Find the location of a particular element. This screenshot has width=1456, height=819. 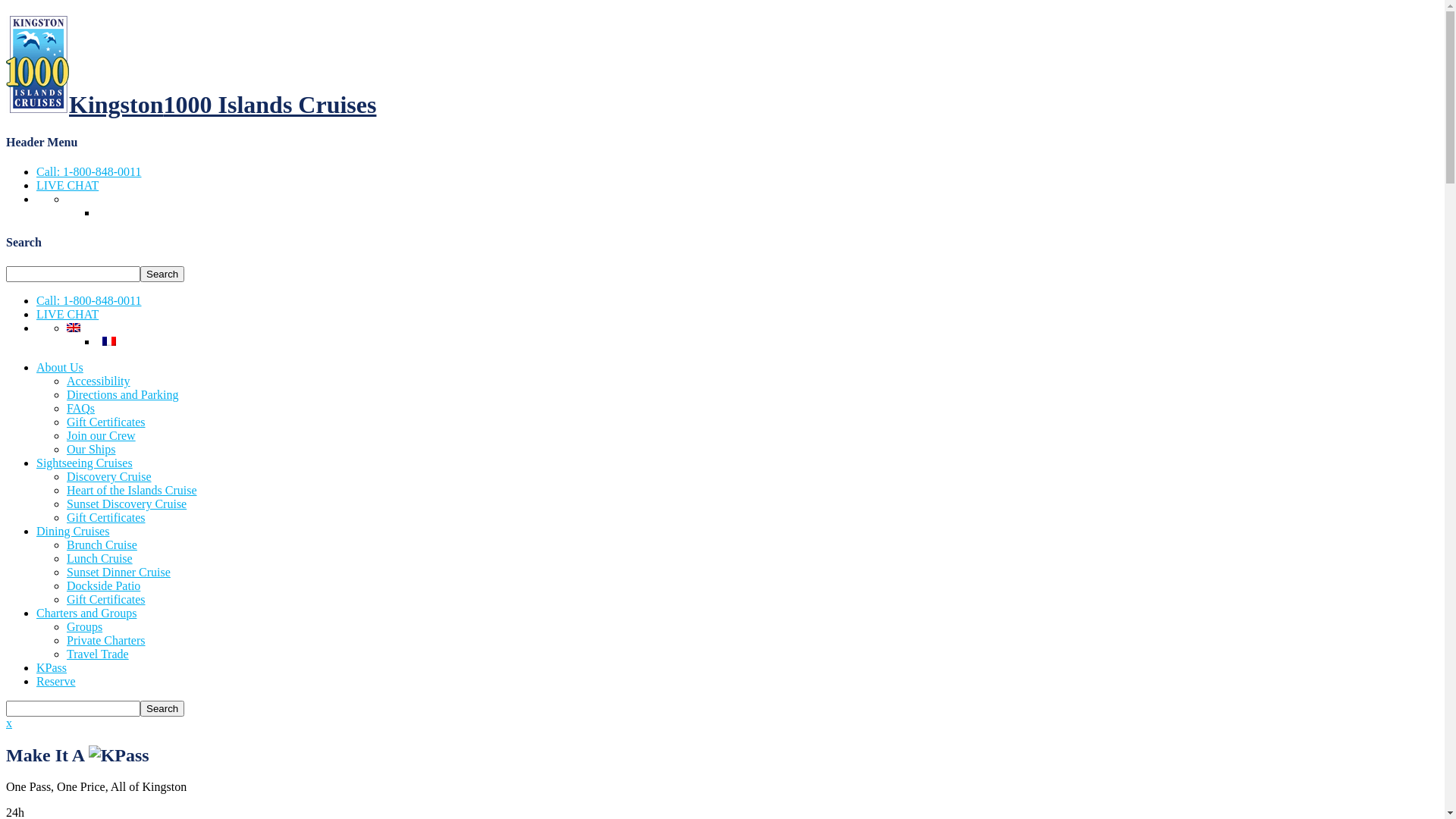

'LIVE CHAT' is located at coordinates (67, 184).